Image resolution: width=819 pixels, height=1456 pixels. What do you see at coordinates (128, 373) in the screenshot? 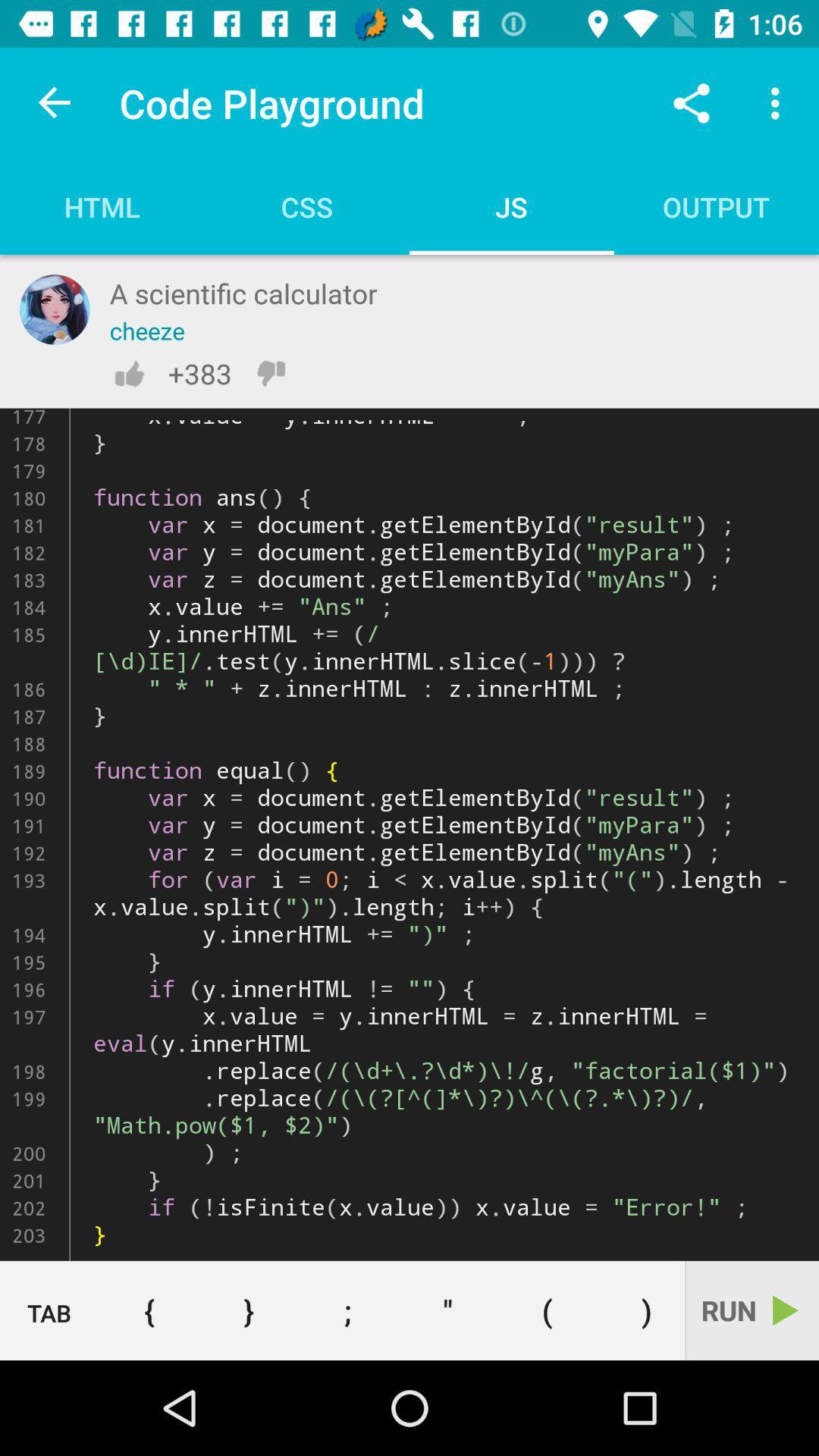
I see `the thumbs_up icon` at bounding box center [128, 373].